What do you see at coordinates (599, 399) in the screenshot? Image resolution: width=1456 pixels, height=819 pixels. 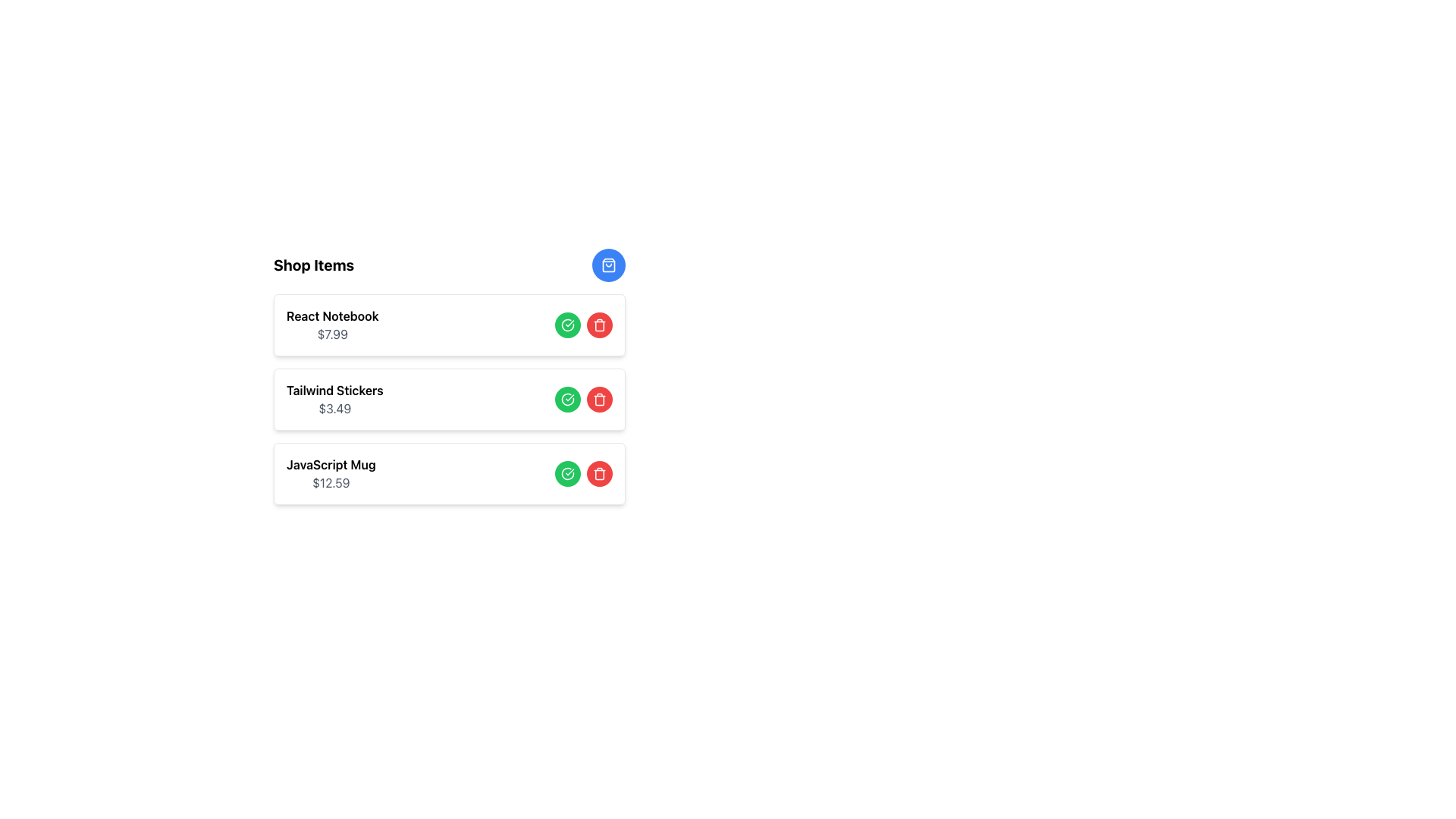 I see `the red circular button with a white trash icon located on the far right of the third line item in the 'Shop Items' list` at bounding box center [599, 399].